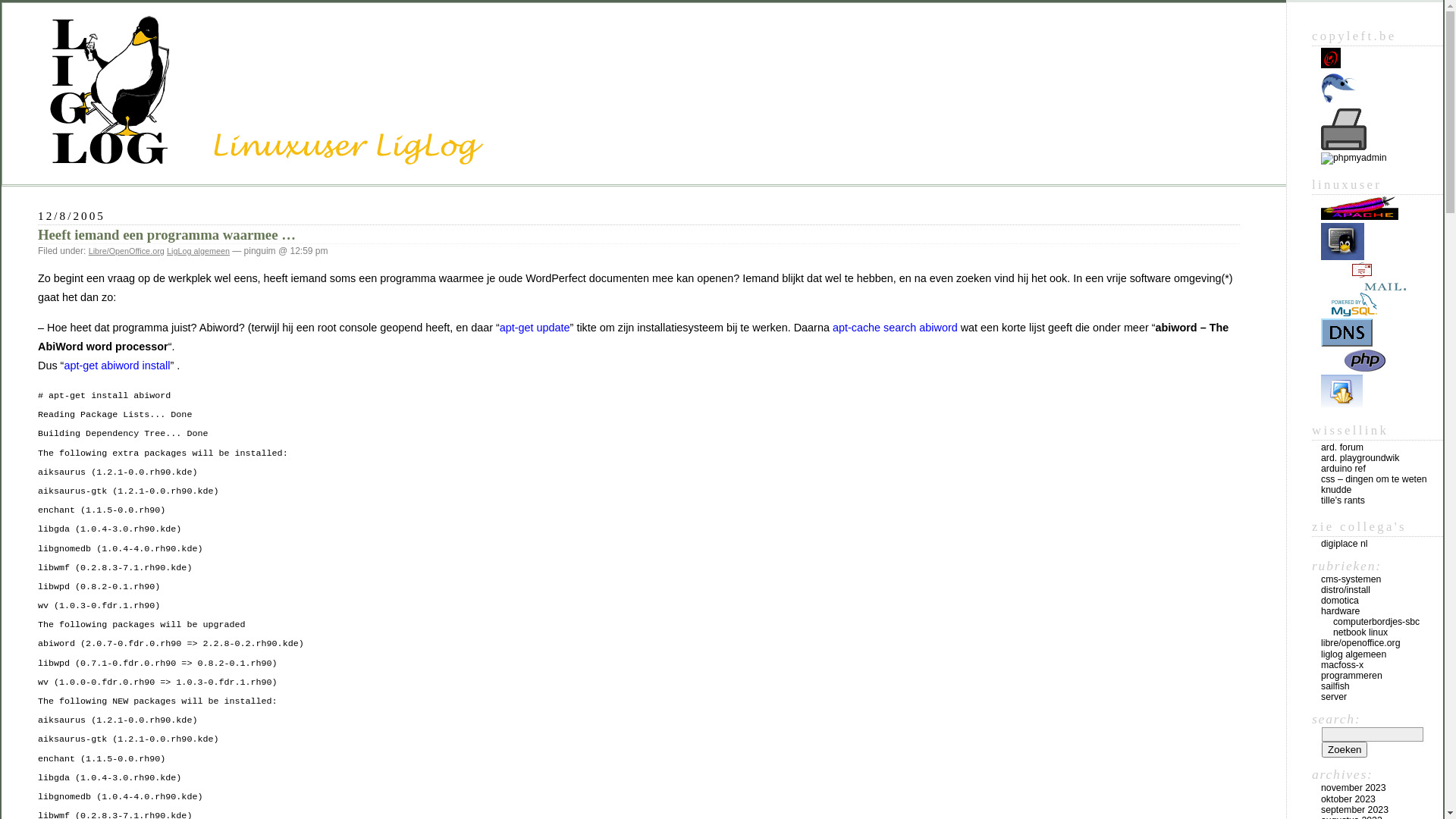 This screenshot has height=819, width=1456. What do you see at coordinates (1354, 654) in the screenshot?
I see `'liglog algemeen'` at bounding box center [1354, 654].